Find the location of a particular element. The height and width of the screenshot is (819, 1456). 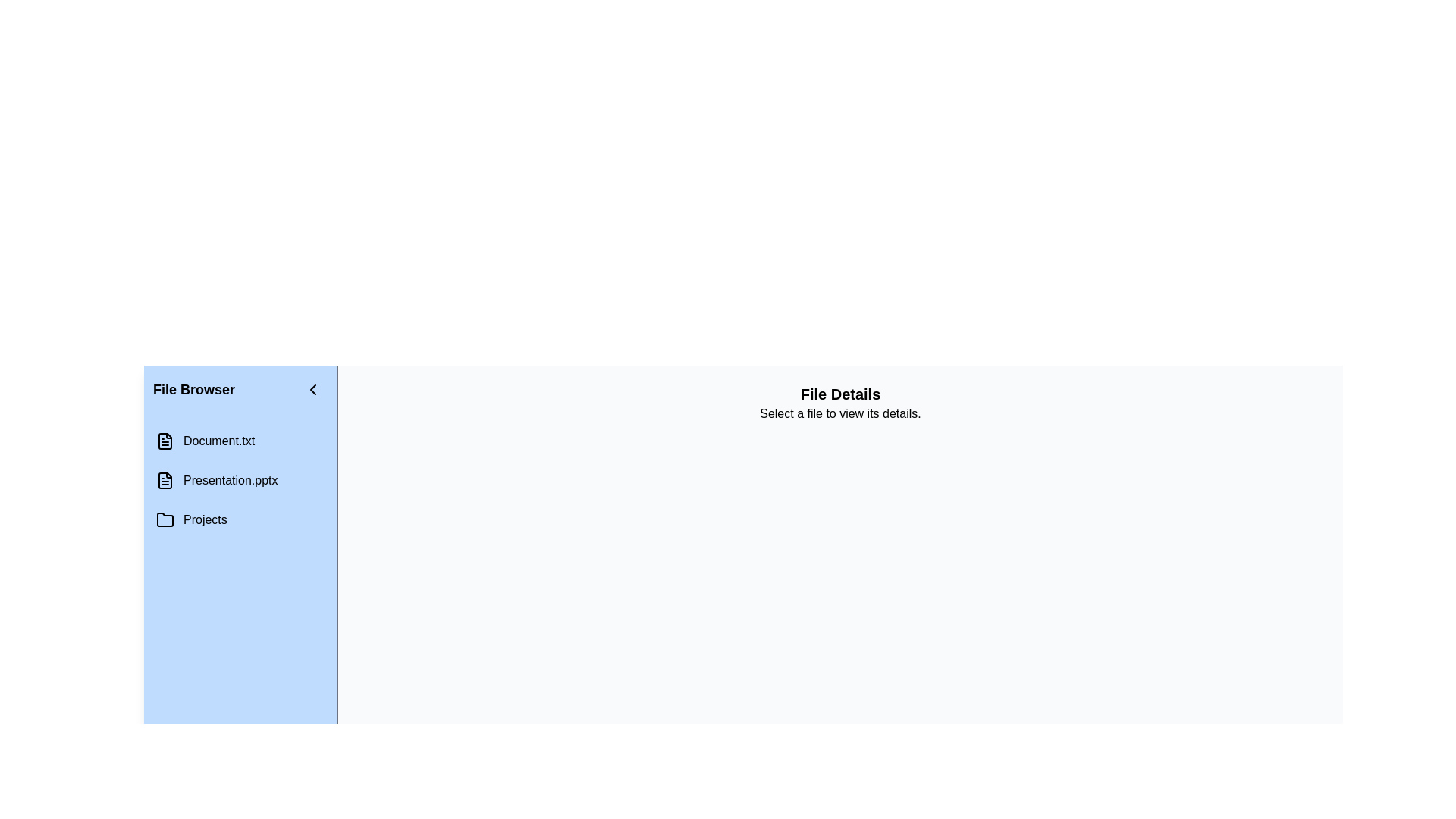

the third item in the vertical list under 'File Browser' is located at coordinates (240, 519).